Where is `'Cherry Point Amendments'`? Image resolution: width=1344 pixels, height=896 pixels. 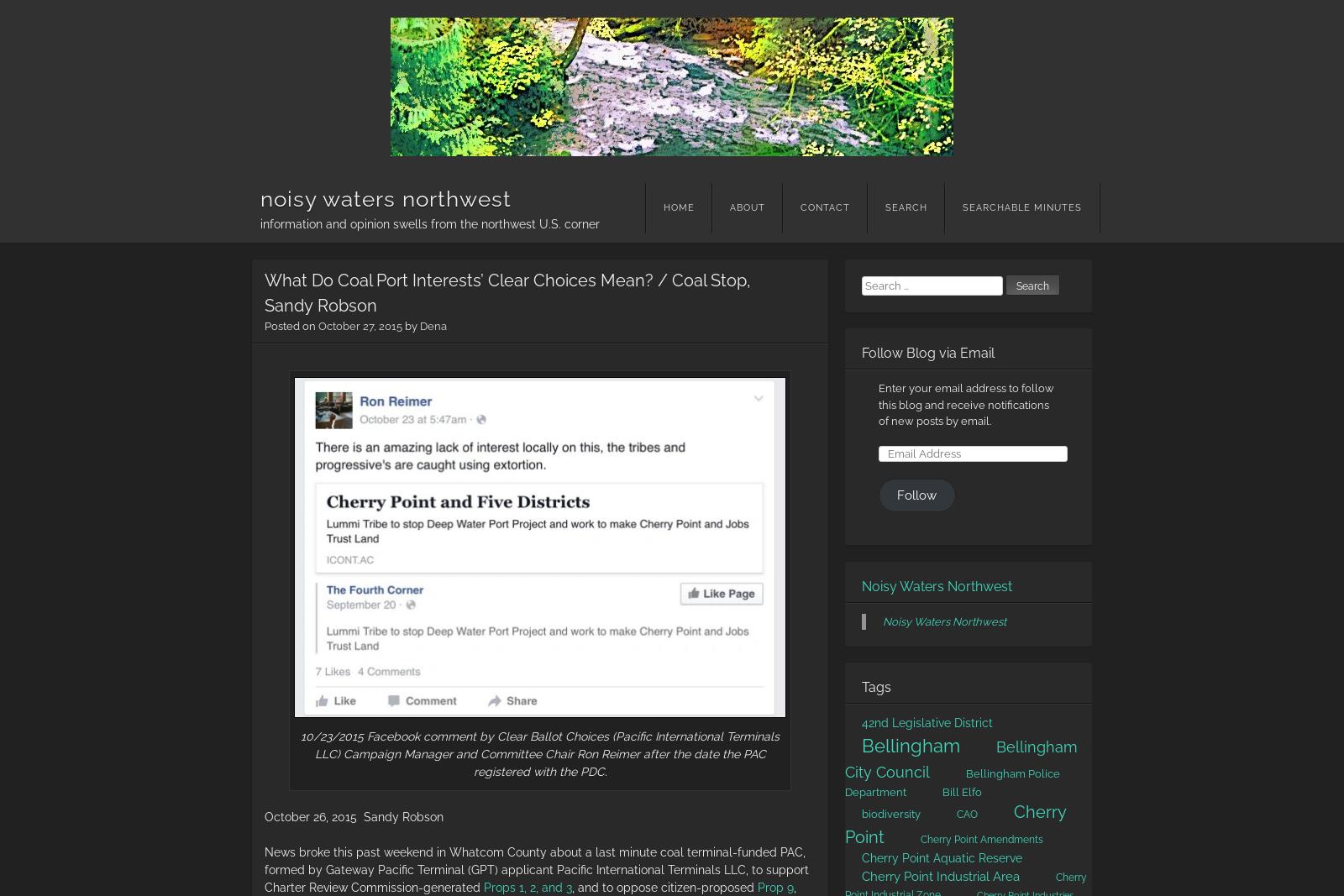 'Cherry Point Amendments' is located at coordinates (981, 839).